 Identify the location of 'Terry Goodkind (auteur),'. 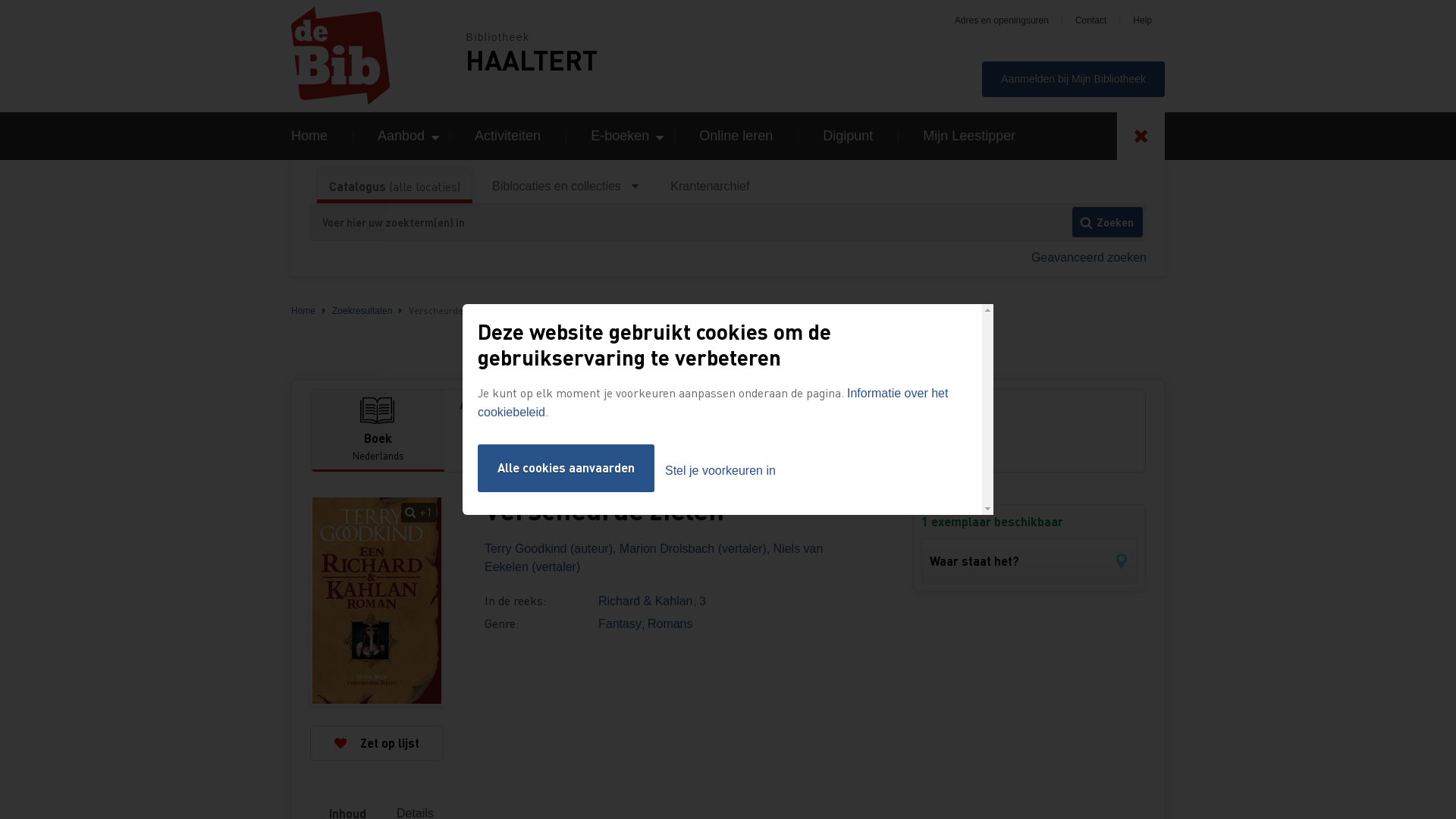
(483, 548).